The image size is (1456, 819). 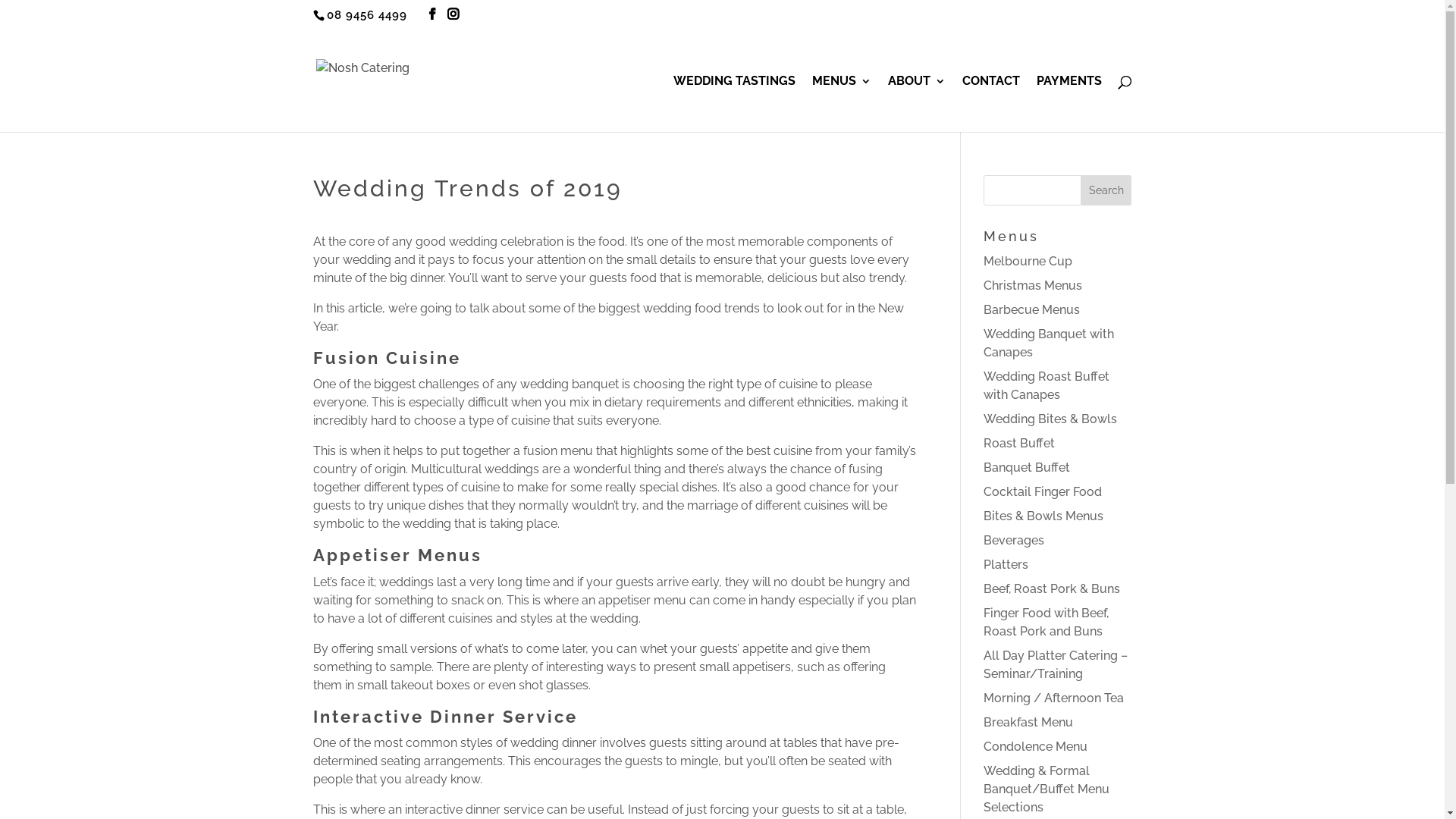 I want to click on 'Melbourne Cup', so click(x=1028, y=260).